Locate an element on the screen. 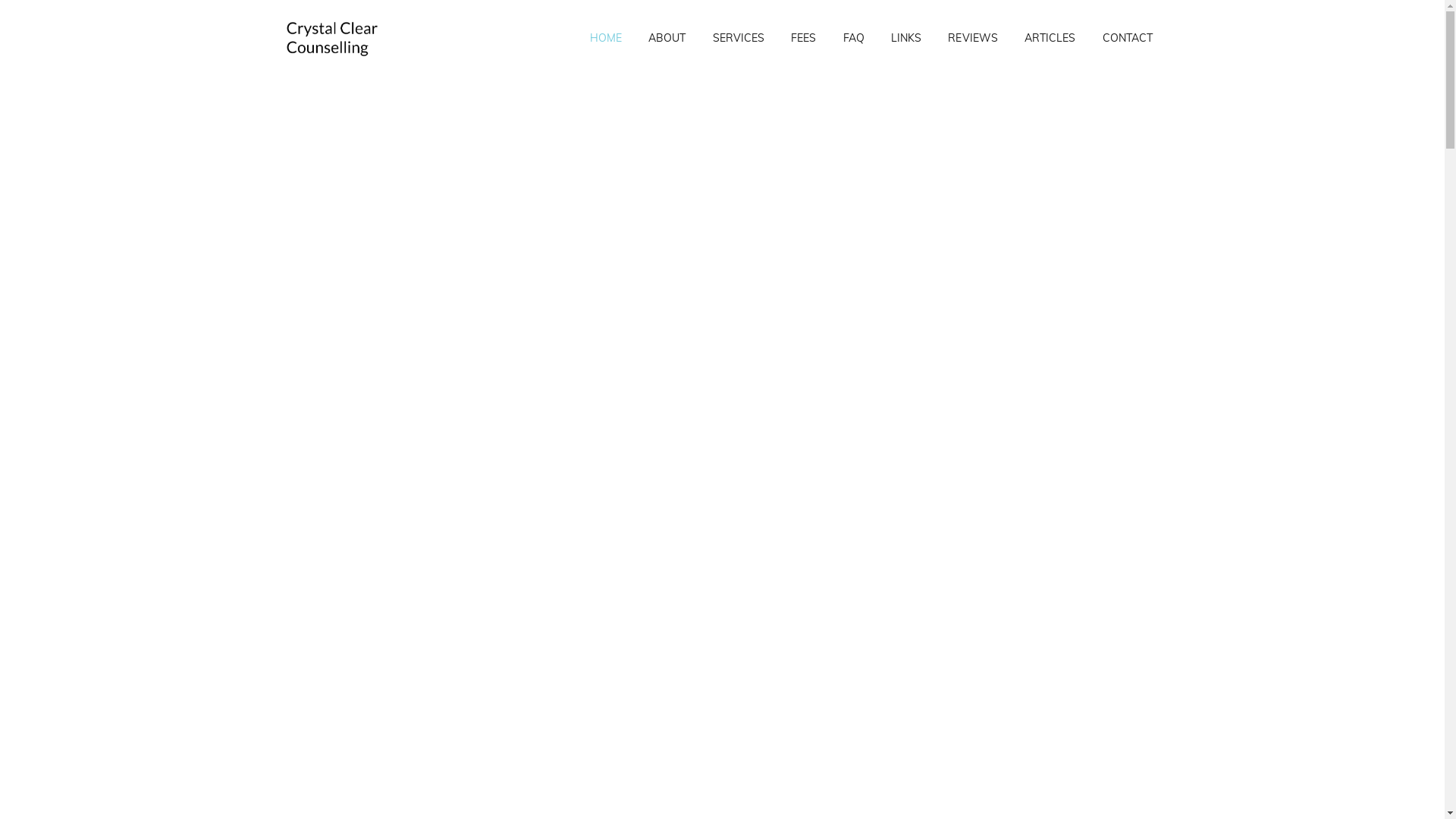 The image size is (1456, 819). 'SERVICES' is located at coordinates (739, 37).